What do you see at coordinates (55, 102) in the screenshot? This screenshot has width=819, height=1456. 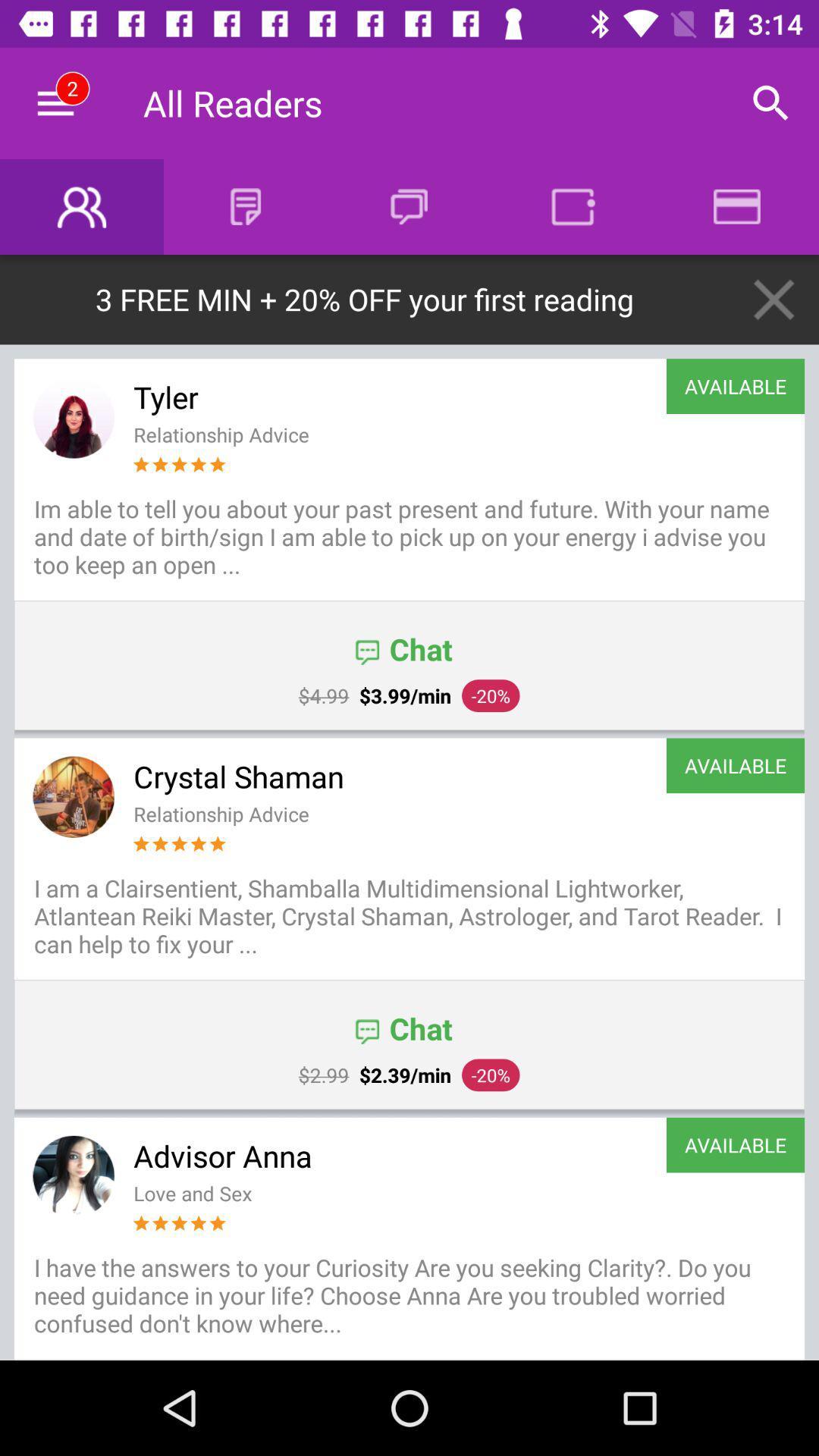 I see `the item next to the all readers icon` at bounding box center [55, 102].